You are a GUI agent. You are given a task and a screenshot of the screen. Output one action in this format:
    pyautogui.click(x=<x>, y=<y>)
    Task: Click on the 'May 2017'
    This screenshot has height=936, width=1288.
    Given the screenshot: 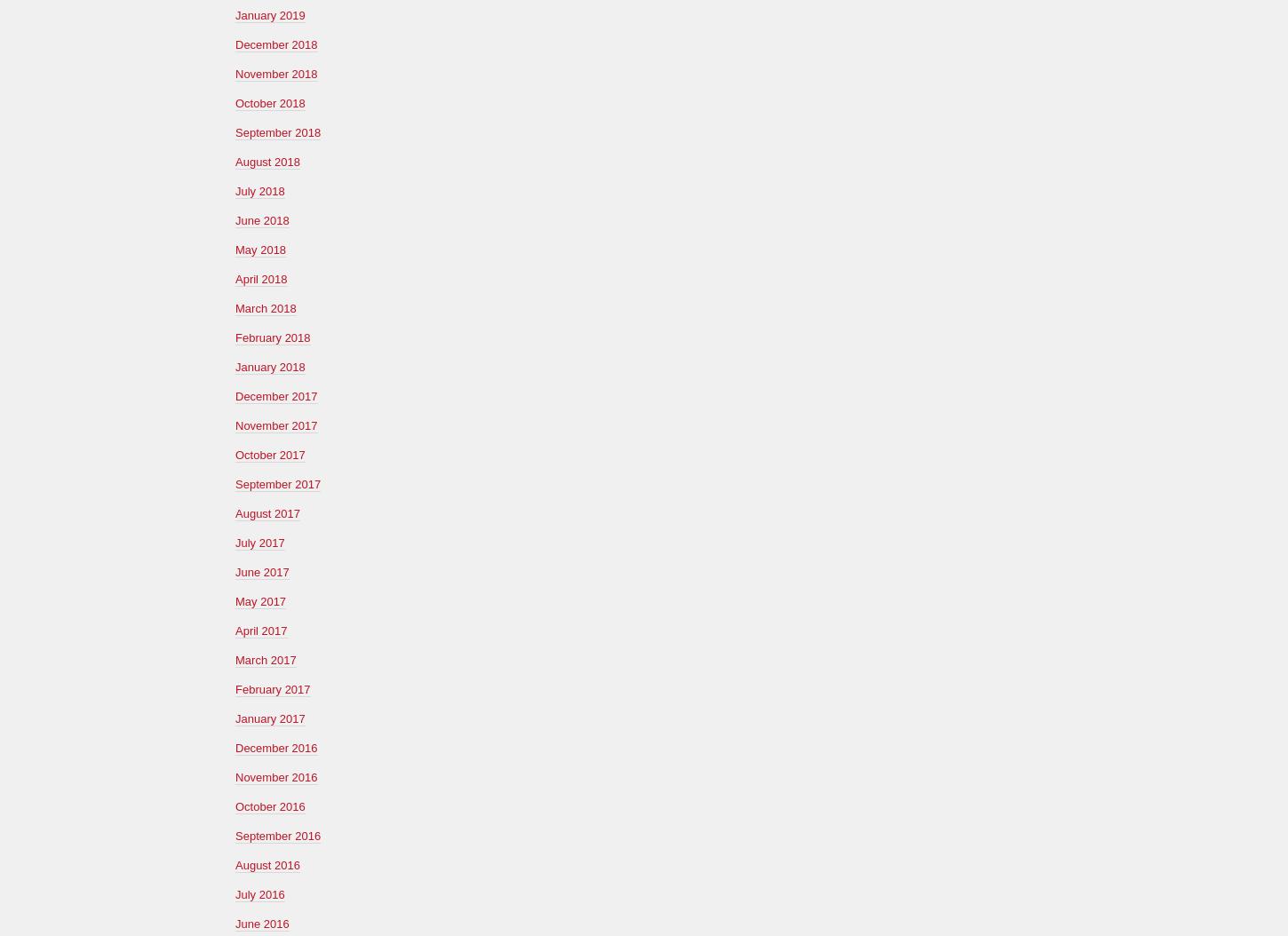 What is the action you would take?
    pyautogui.click(x=260, y=600)
    